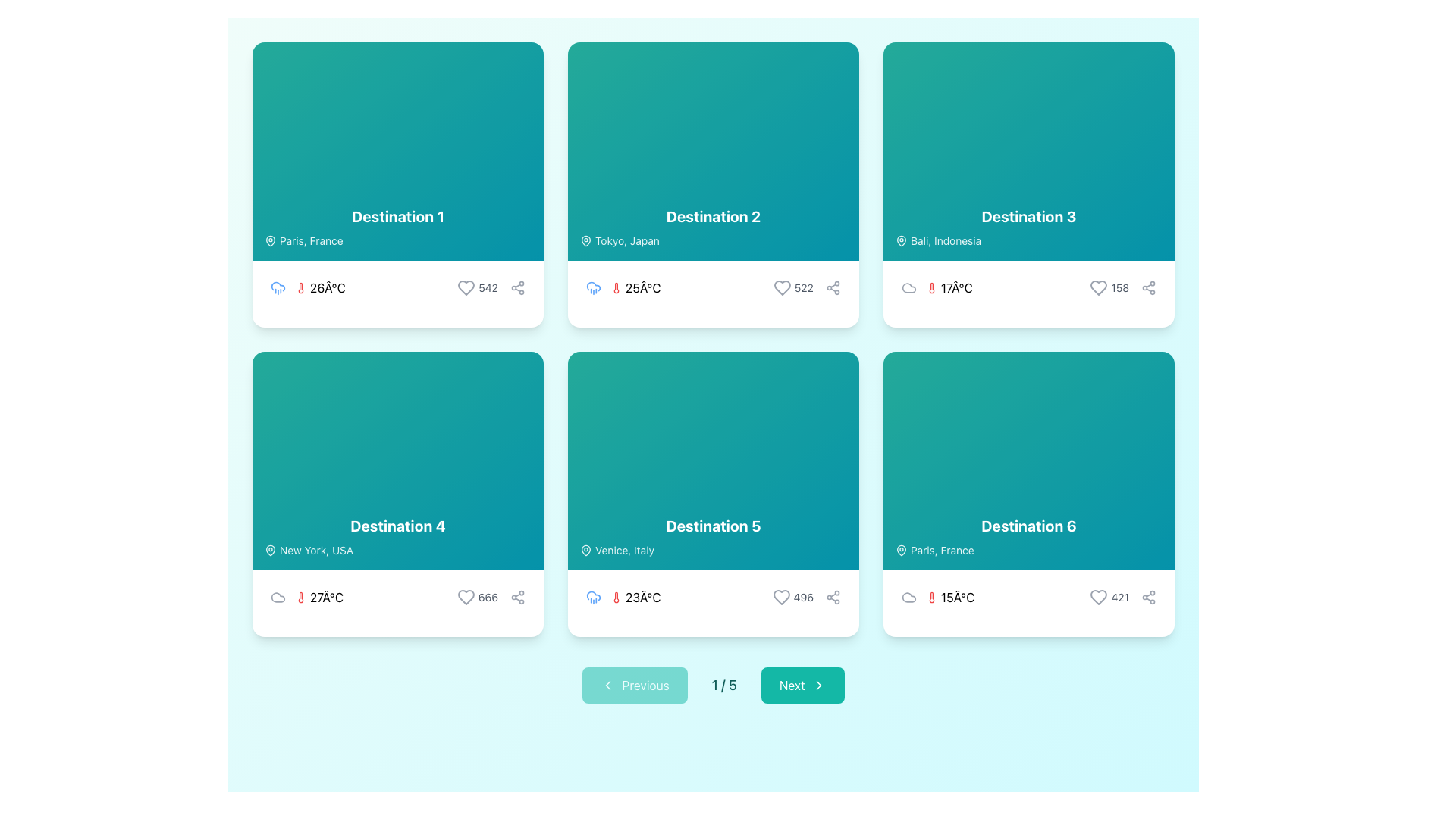 The image size is (1456, 819). What do you see at coordinates (1099, 596) in the screenshot?
I see `the heart-shaped SVG graphic icon located at the bottom-right corner of the sixth card in the grid layout, which is adjacent to the share icon` at bounding box center [1099, 596].